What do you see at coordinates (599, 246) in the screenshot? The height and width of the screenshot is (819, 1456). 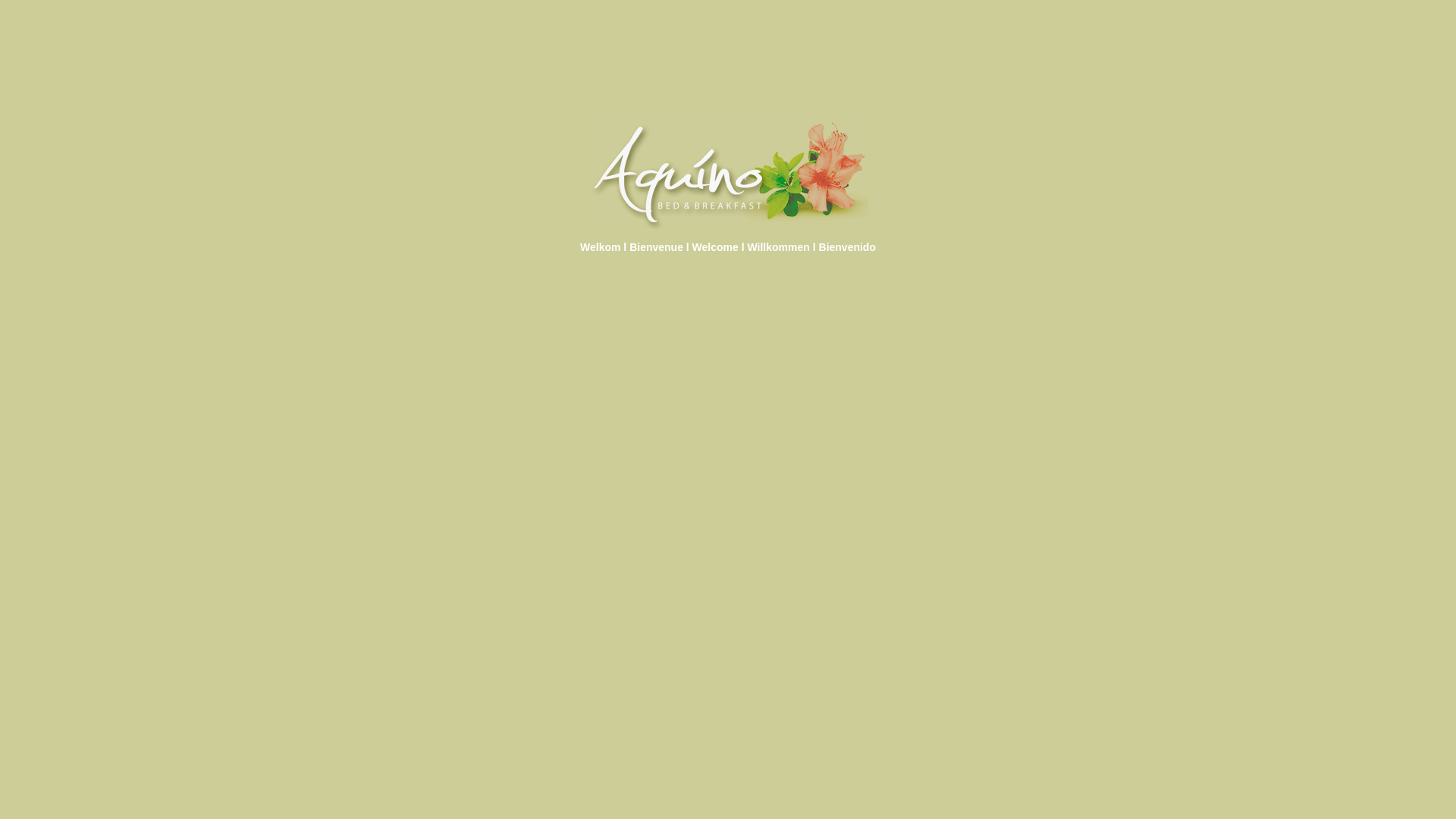 I see `'Welkom'` at bounding box center [599, 246].